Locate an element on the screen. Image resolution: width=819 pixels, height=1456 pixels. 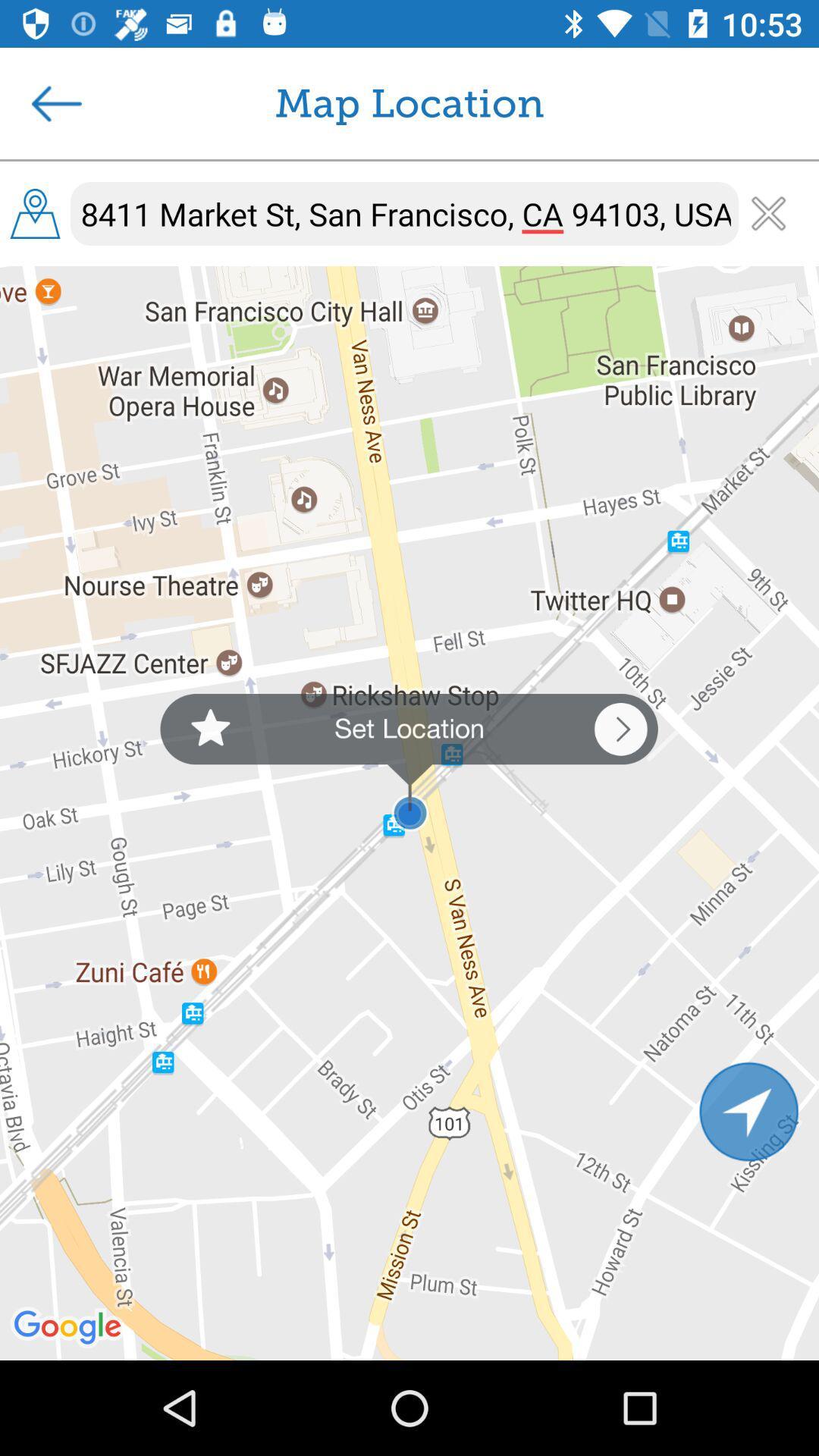
the icon next to the map location icon is located at coordinates (55, 102).